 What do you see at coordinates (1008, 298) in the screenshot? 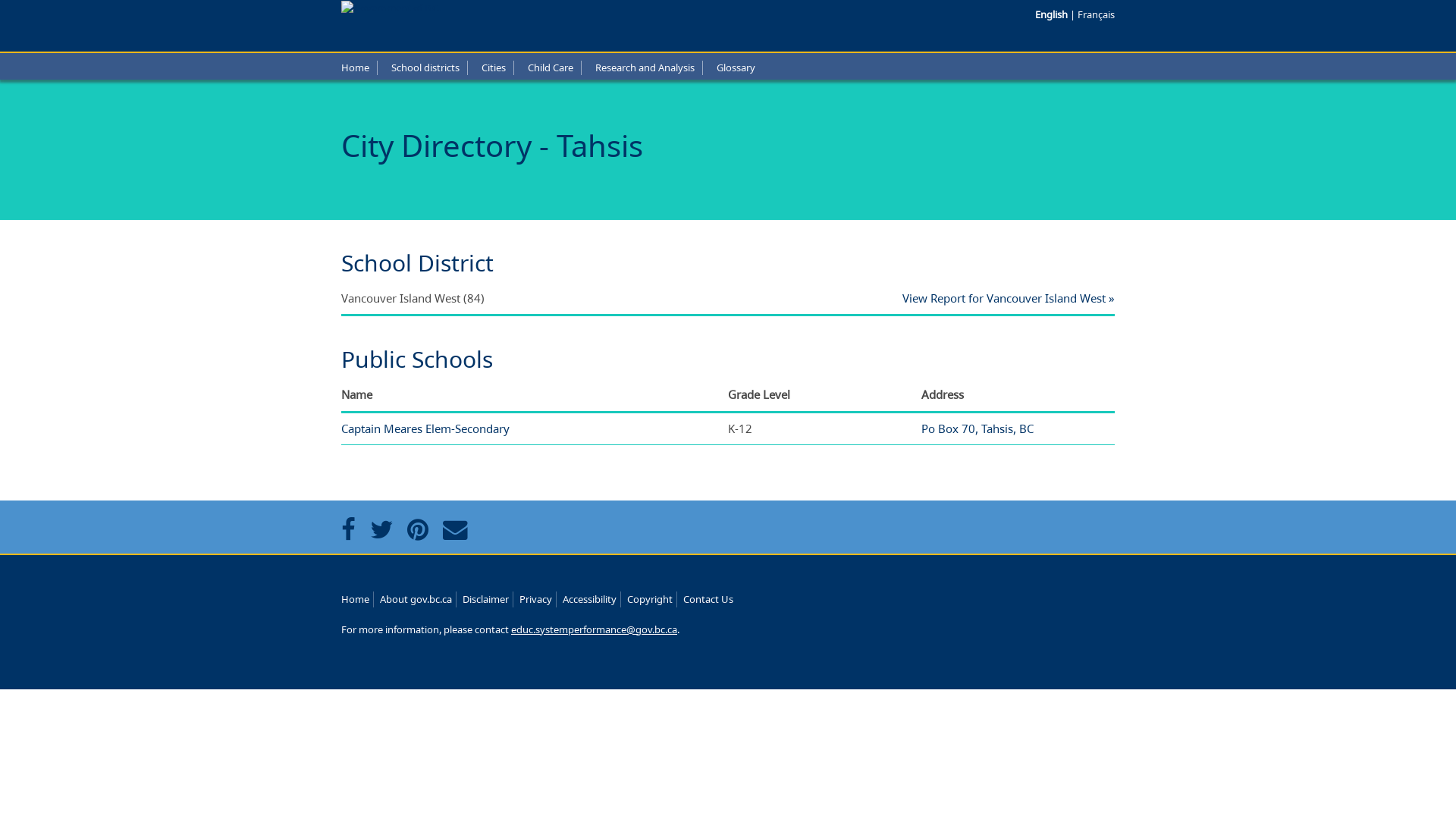
I see `'View Report for Vancouver Island West'` at bounding box center [1008, 298].